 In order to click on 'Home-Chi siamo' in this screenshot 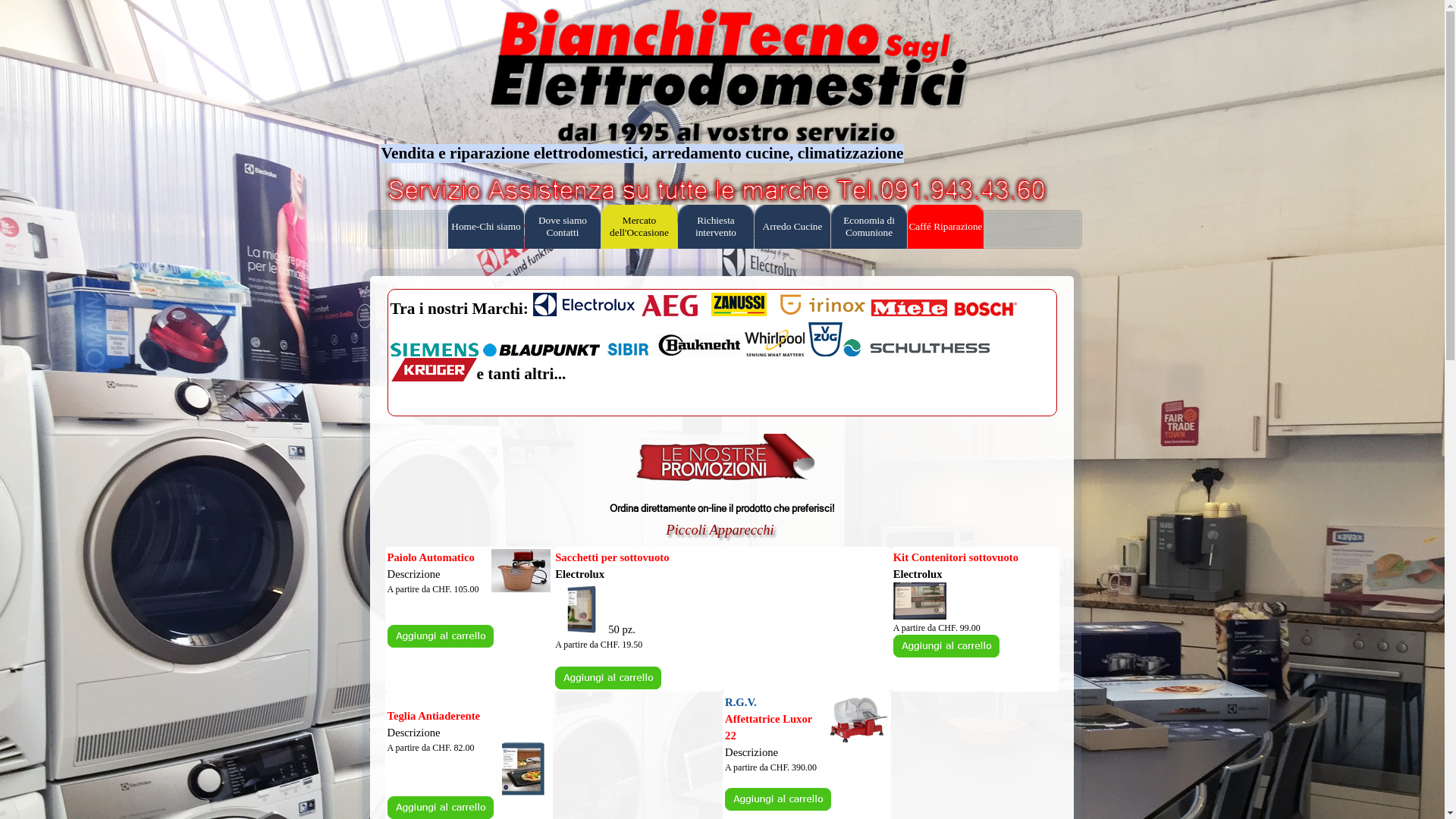, I will do `click(486, 227)`.